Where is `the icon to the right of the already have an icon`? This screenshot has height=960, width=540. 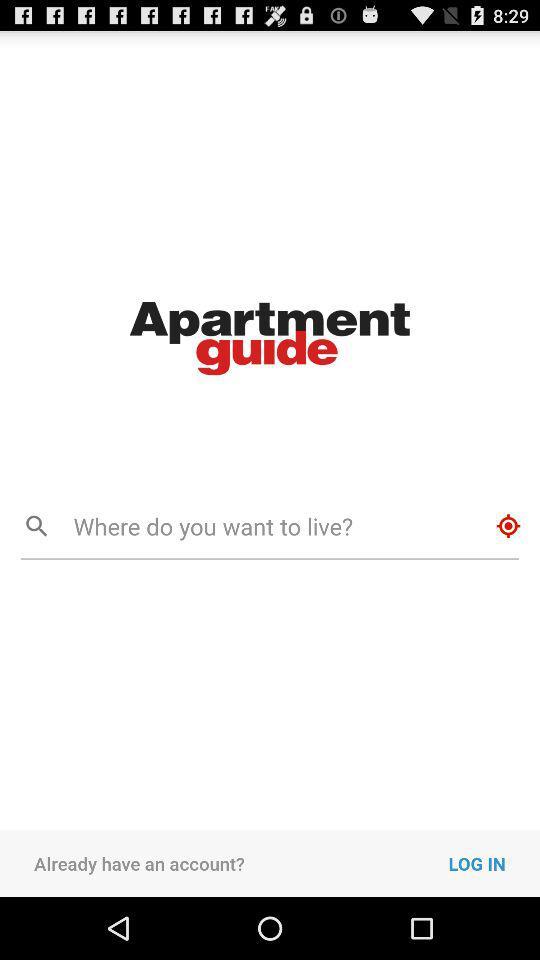
the icon to the right of the already have an icon is located at coordinates (493, 862).